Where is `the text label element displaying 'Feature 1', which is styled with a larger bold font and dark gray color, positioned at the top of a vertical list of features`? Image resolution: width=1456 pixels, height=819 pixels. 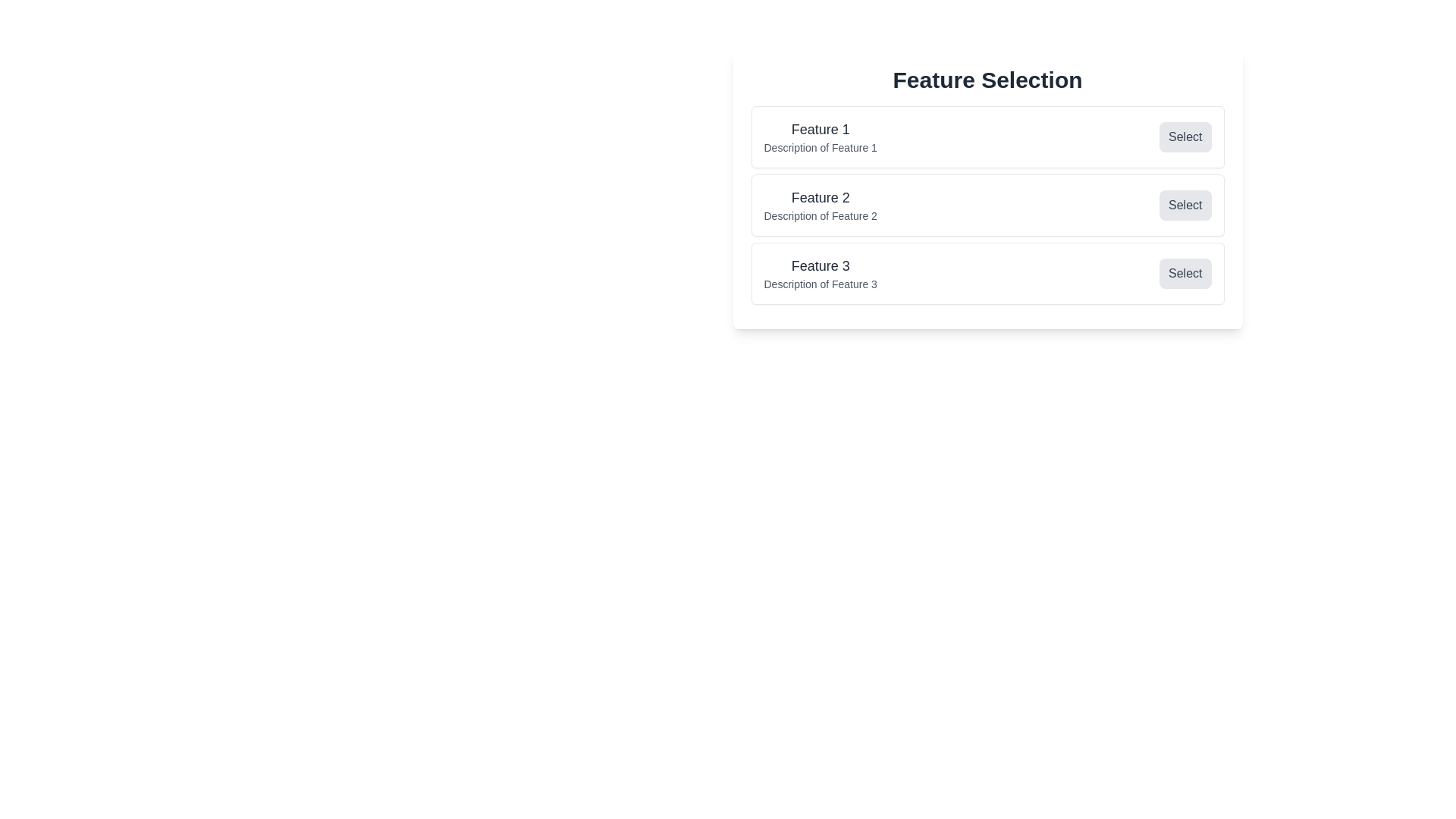 the text label element displaying 'Feature 1', which is styled with a larger bold font and dark gray color, positioned at the top of a vertical list of features is located at coordinates (820, 128).